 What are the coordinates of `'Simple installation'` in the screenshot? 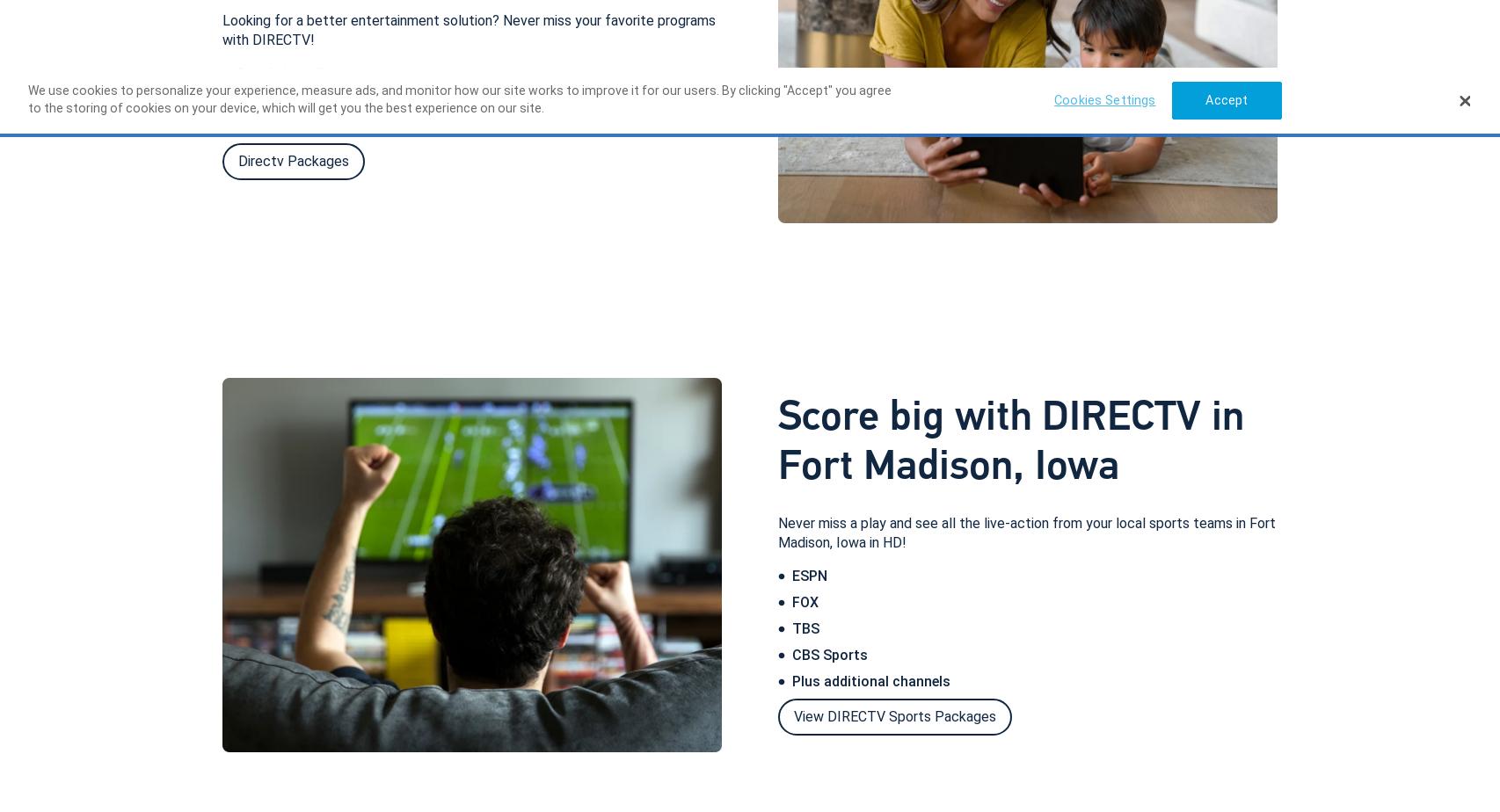 It's located at (237, 72).